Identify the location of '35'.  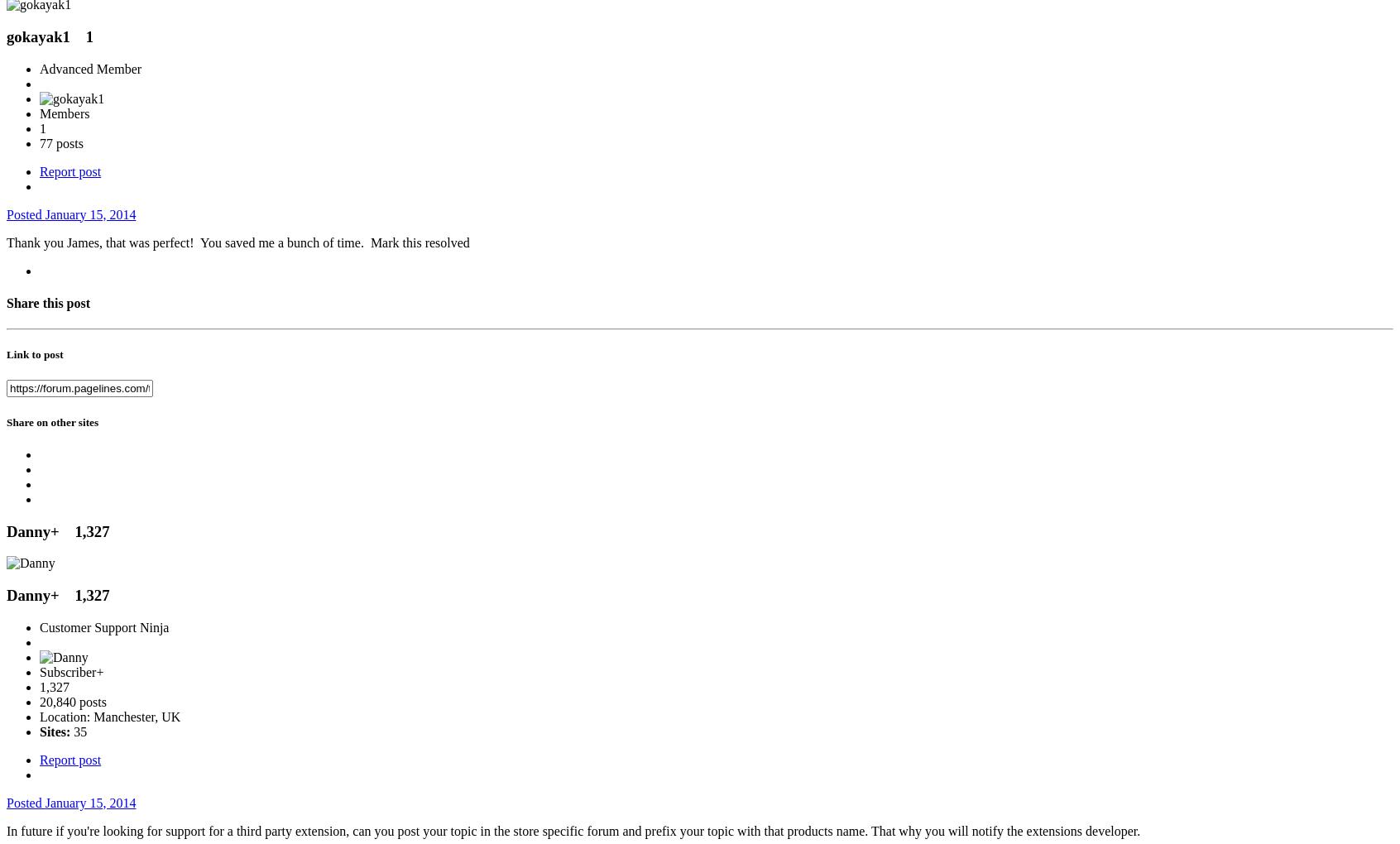
(78, 730).